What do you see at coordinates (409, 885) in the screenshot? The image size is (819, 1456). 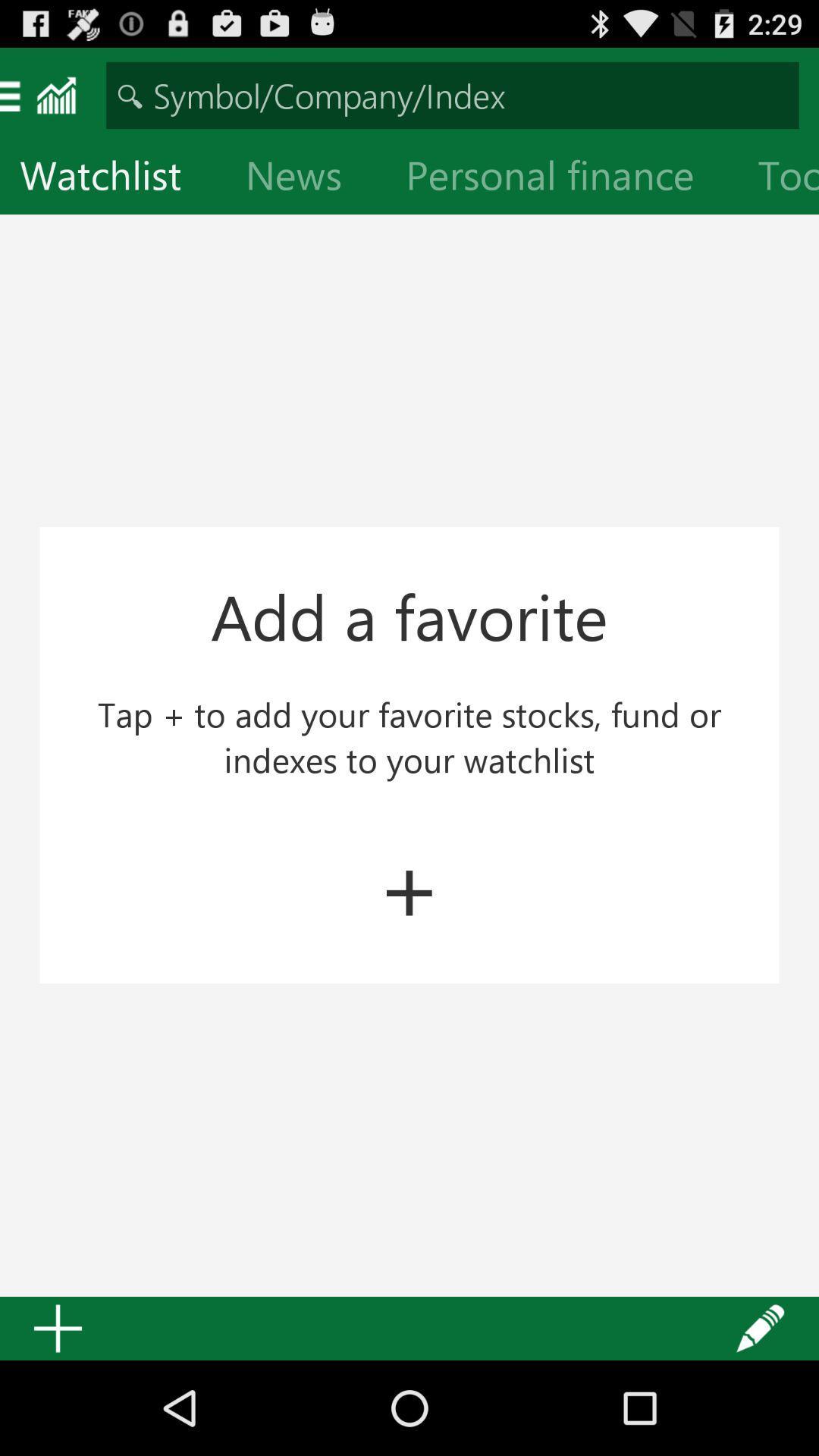 I see `icon below the tap to add item` at bounding box center [409, 885].